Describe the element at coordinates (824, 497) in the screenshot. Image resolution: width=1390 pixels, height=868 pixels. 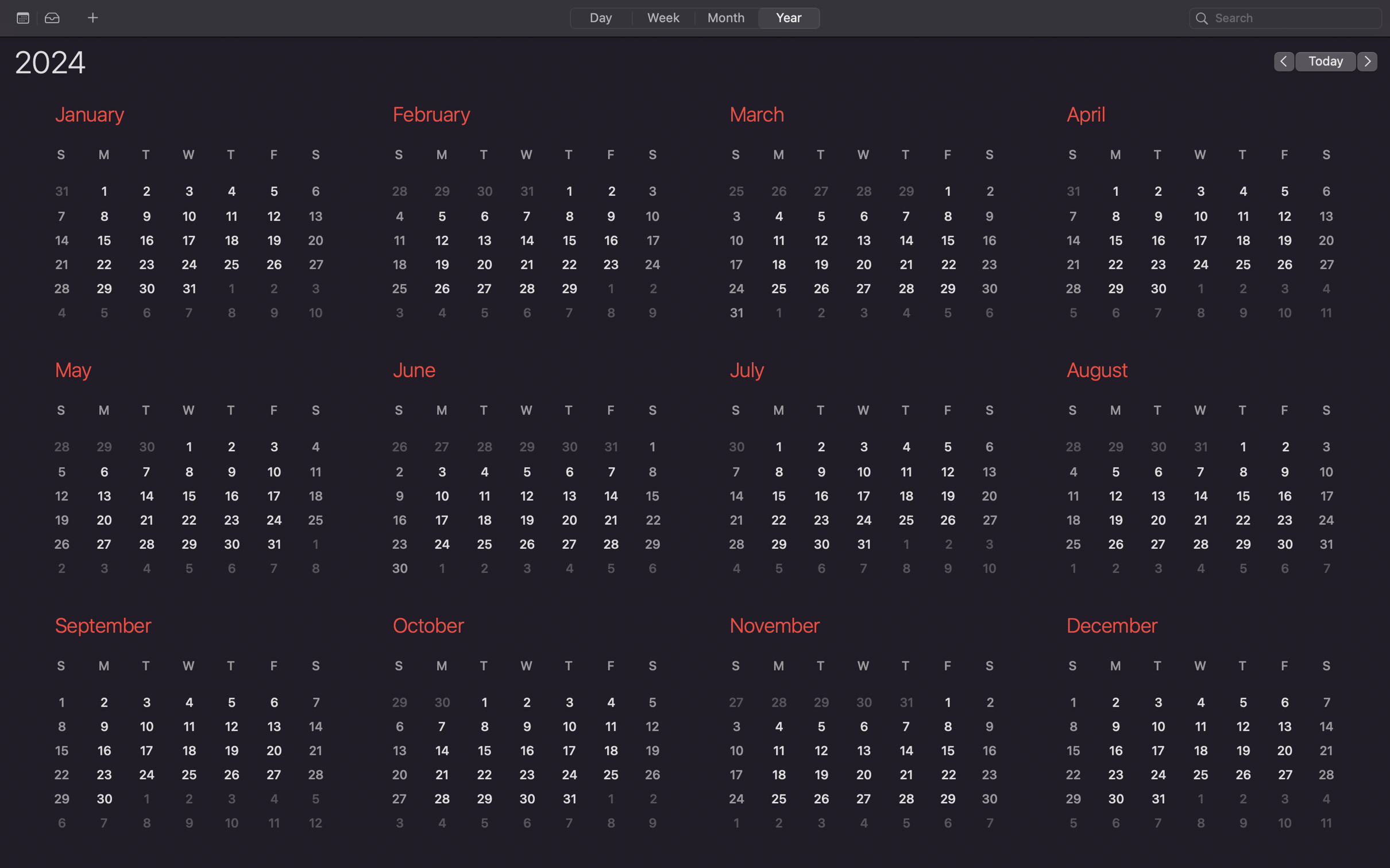
I see `and select July 16 in the calendar` at that location.